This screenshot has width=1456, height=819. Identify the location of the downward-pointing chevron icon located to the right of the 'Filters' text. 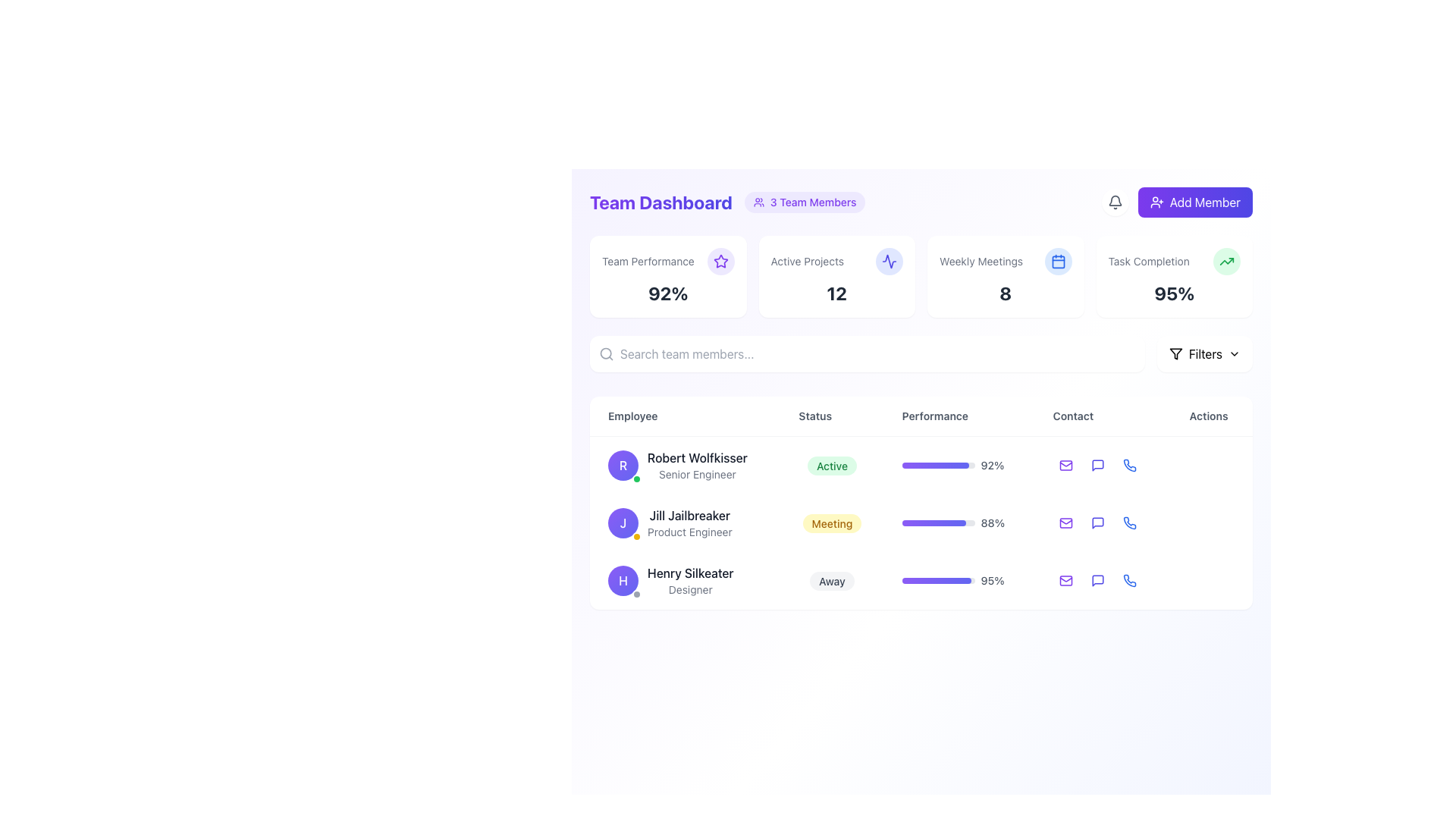
(1234, 353).